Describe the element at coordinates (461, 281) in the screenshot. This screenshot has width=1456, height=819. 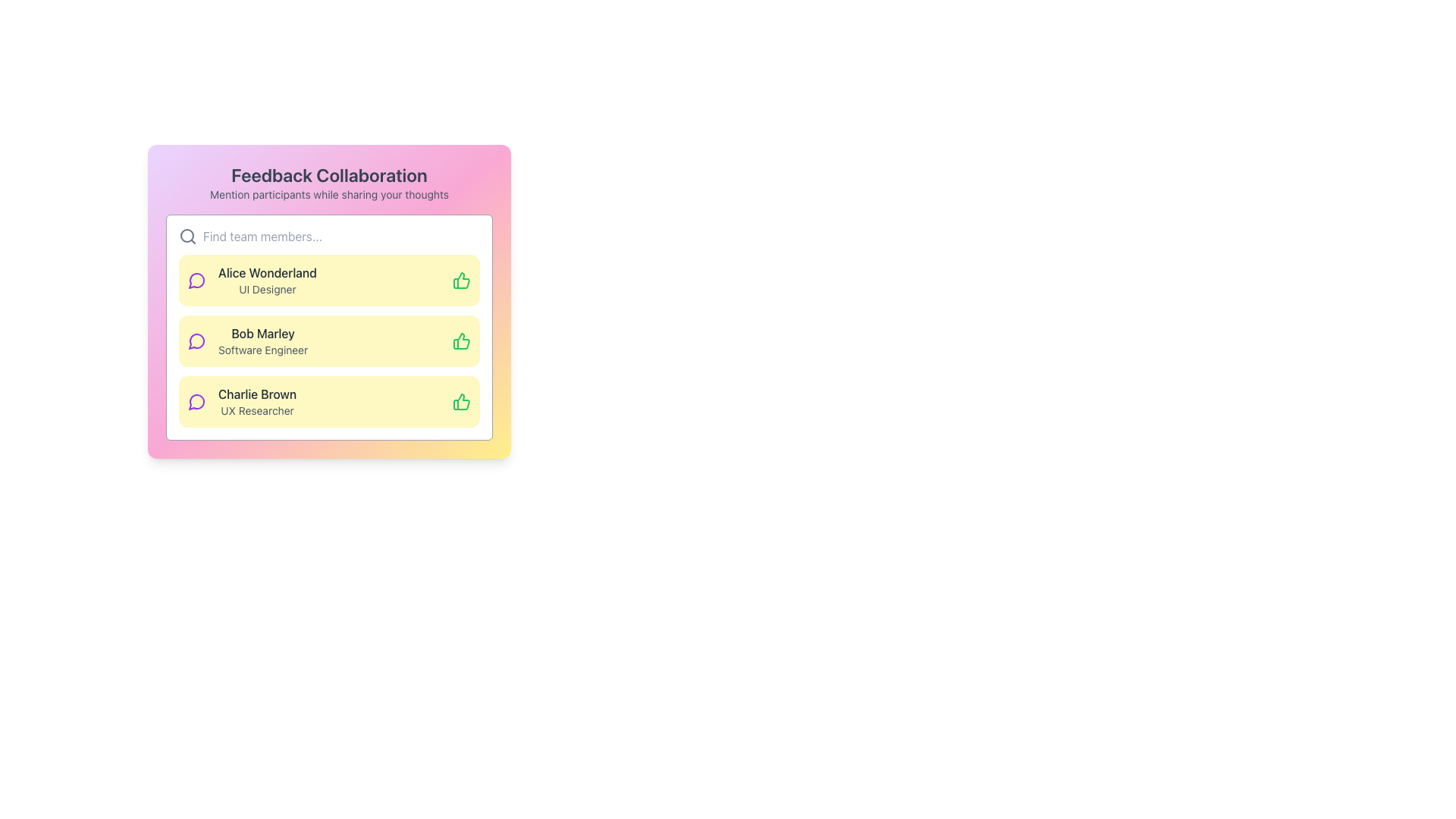
I see `the thumbs-up button for positive feedback on 'Alice Wonderland', the UI Designer, located on the far right side of the first row in the feedback list` at that location.